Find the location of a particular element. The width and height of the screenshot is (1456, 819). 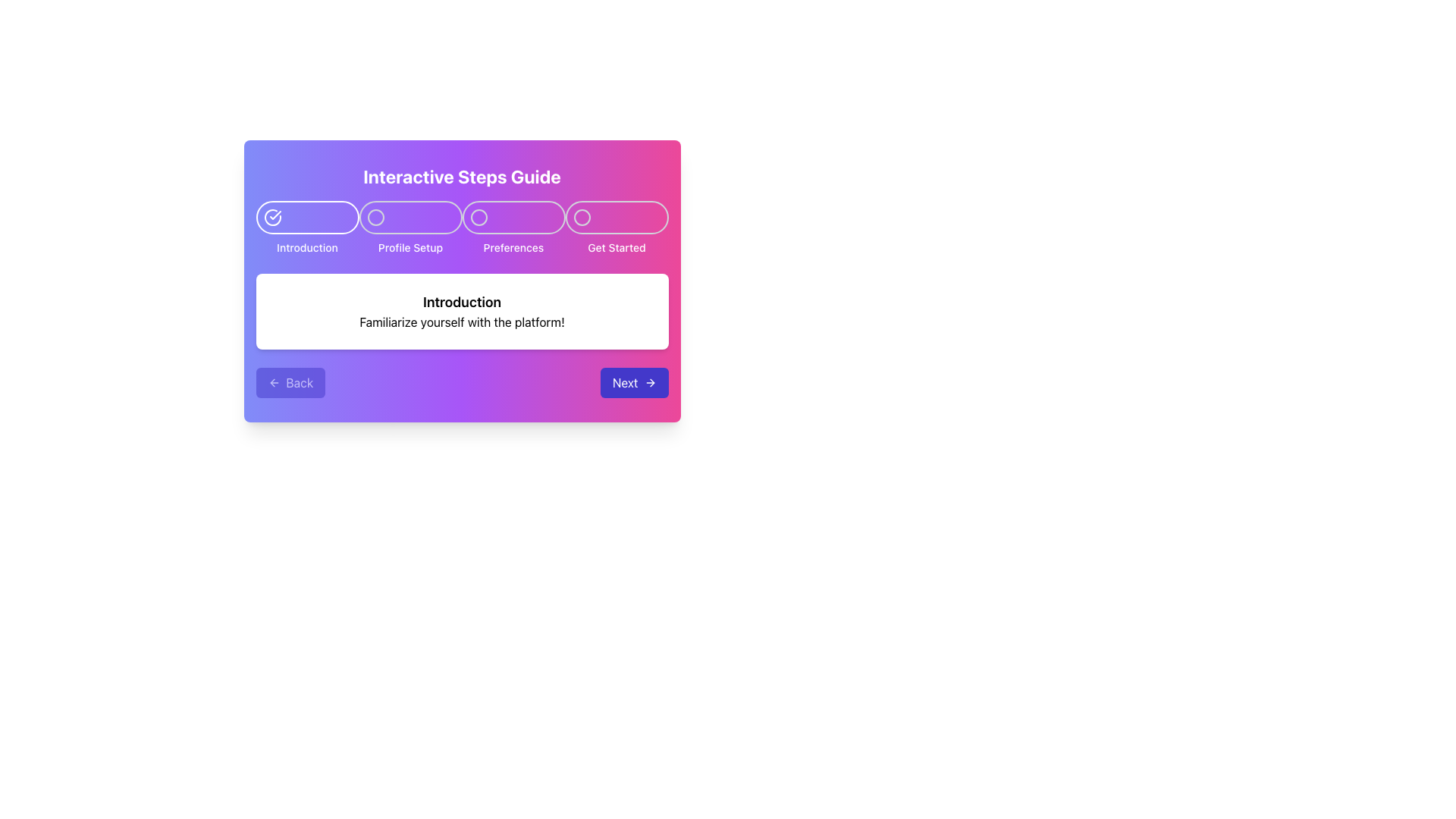

the checkmark icon inside the circular progress indicator associated with the 'Introduction' step is located at coordinates (275, 215).